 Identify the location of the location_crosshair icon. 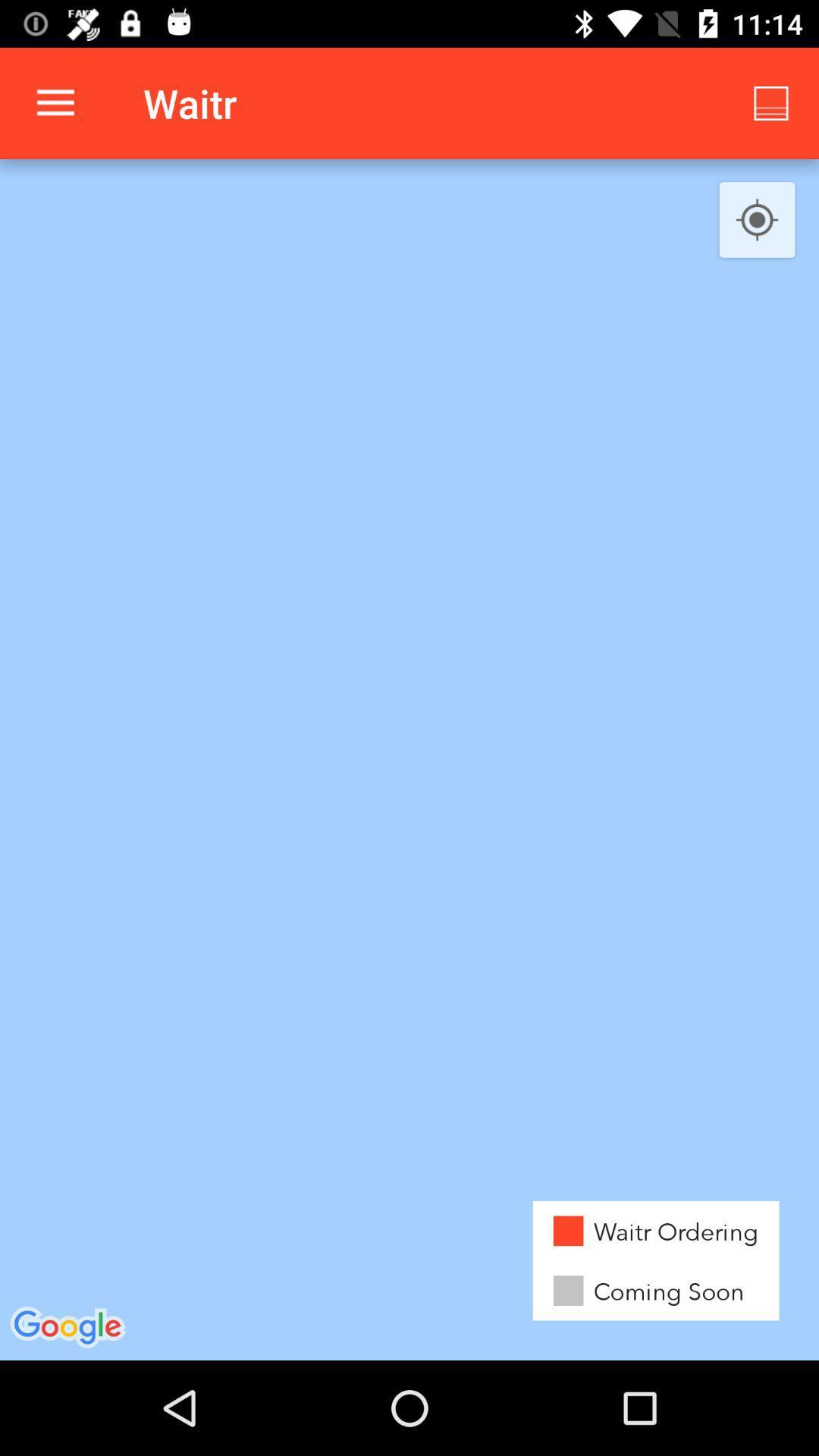
(757, 220).